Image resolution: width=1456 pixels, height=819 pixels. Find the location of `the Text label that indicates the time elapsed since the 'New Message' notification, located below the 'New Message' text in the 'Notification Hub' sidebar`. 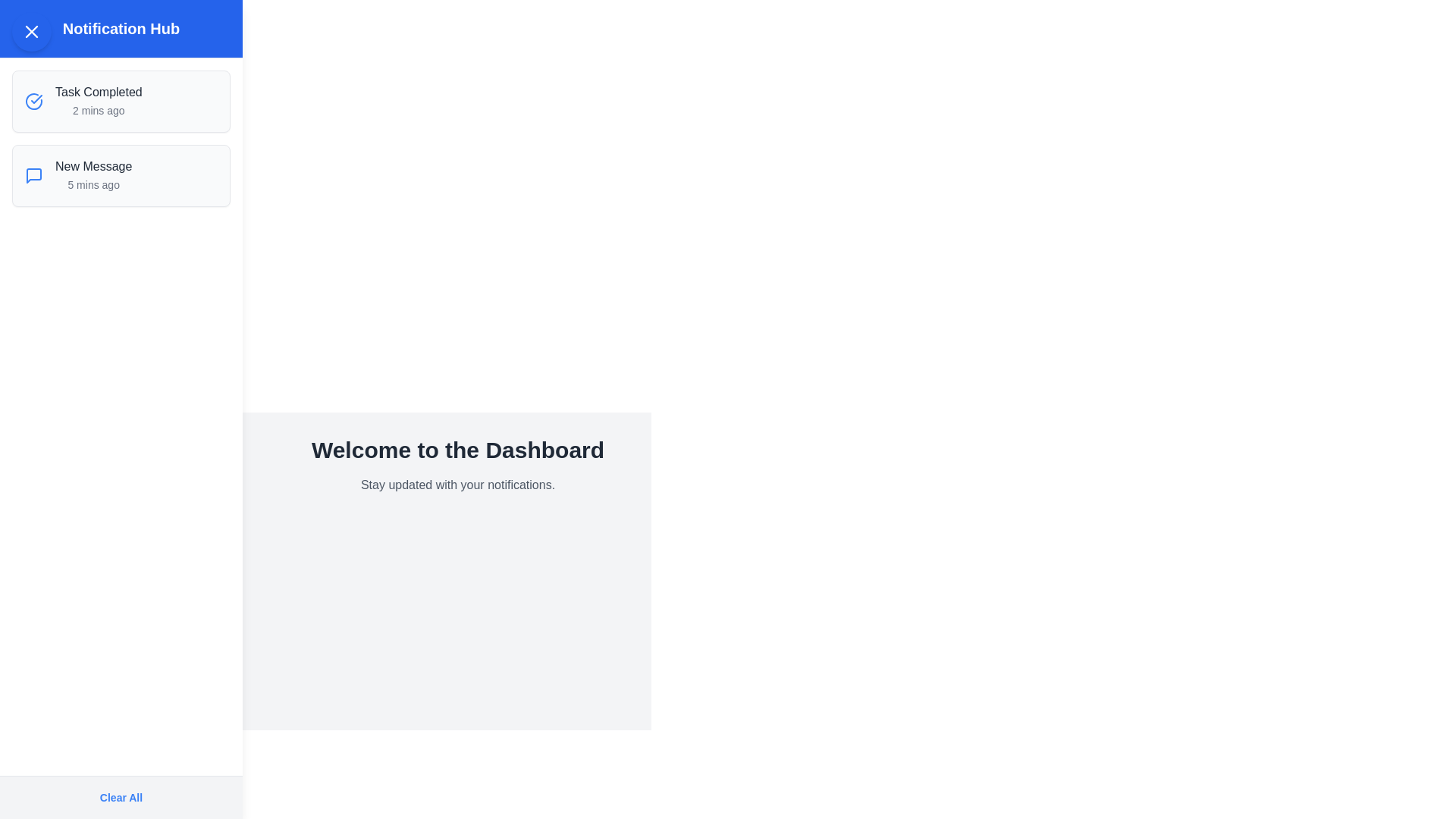

the Text label that indicates the time elapsed since the 'New Message' notification, located below the 'New Message' text in the 'Notification Hub' sidebar is located at coordinates (93, 184).